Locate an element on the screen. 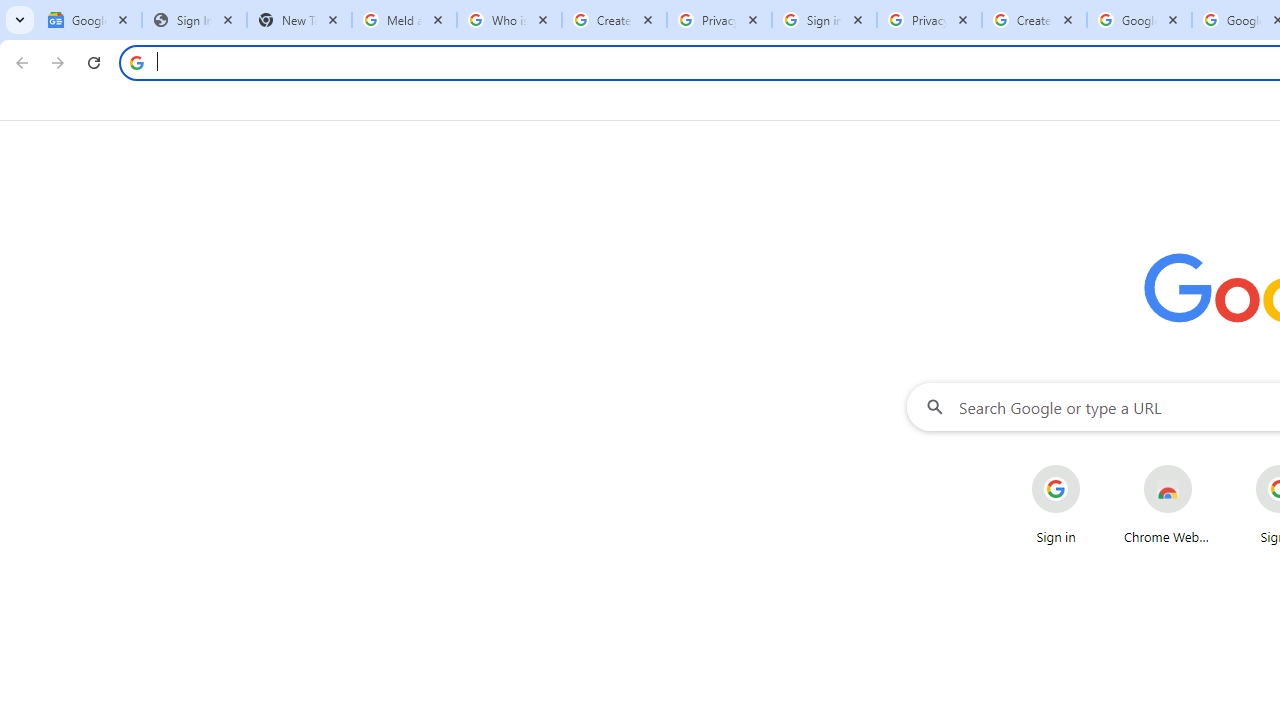 This screenshot has height=720, width=1280. 'Chrome Web Store' is located at coordinates (1168, 504).